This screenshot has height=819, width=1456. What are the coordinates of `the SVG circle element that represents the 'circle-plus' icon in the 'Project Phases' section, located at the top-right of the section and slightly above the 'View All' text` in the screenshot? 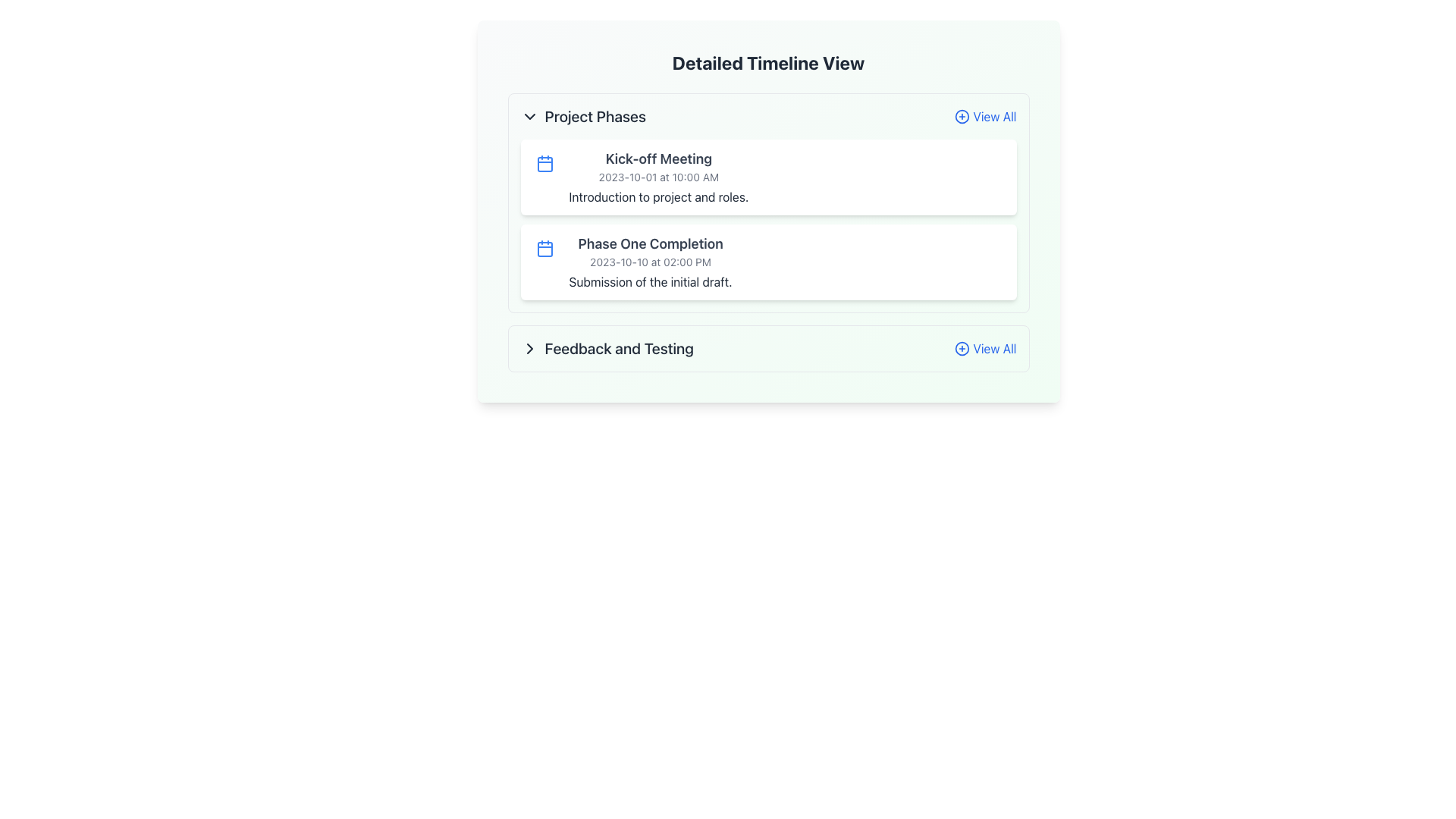 It's located at (962, 116).